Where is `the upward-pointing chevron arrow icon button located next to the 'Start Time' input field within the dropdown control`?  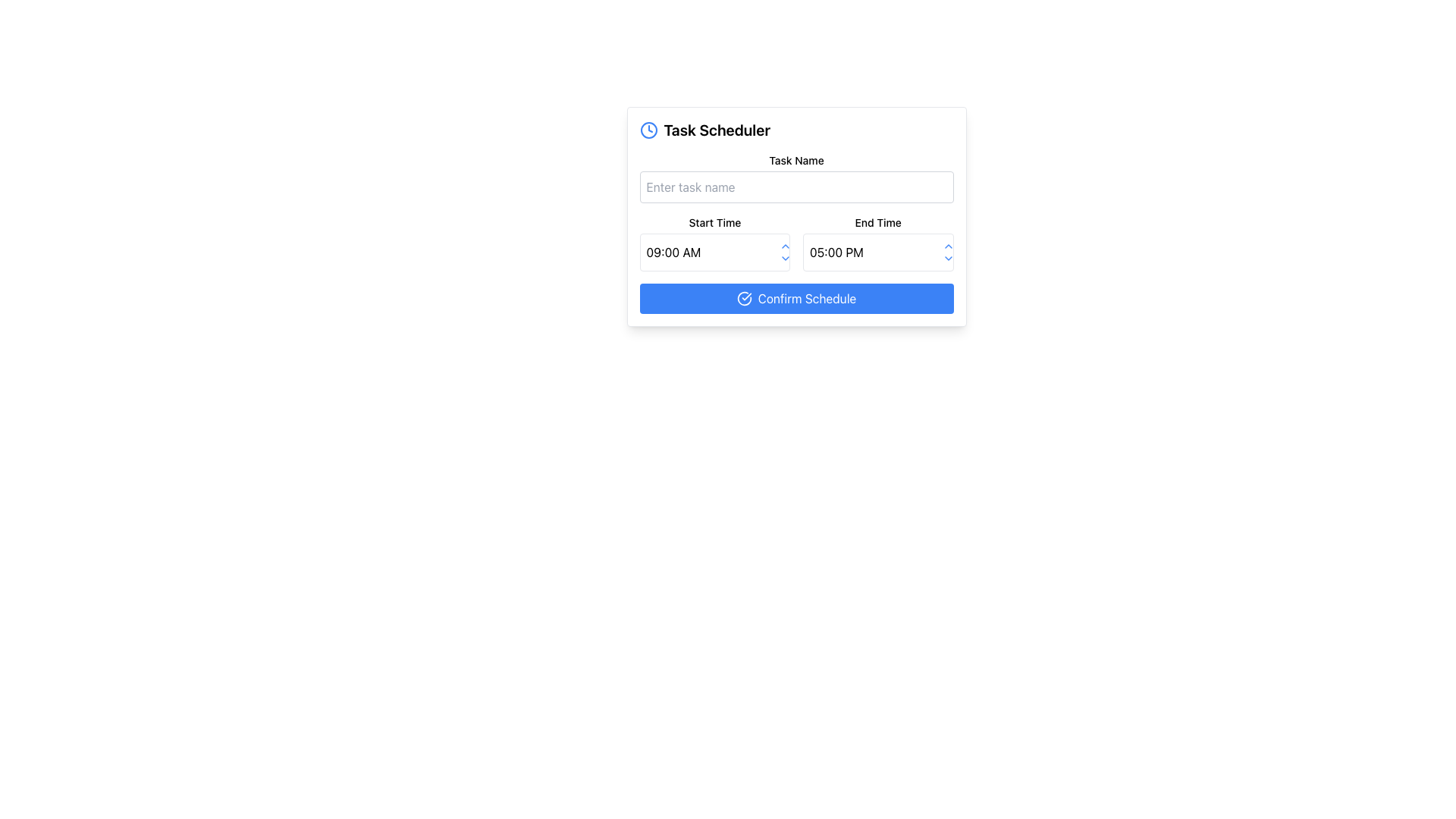
the upward-pointing chevron arrow icon button located next to the 'Start Time' input field within the dropdown control is located at coordinates (785, 245).